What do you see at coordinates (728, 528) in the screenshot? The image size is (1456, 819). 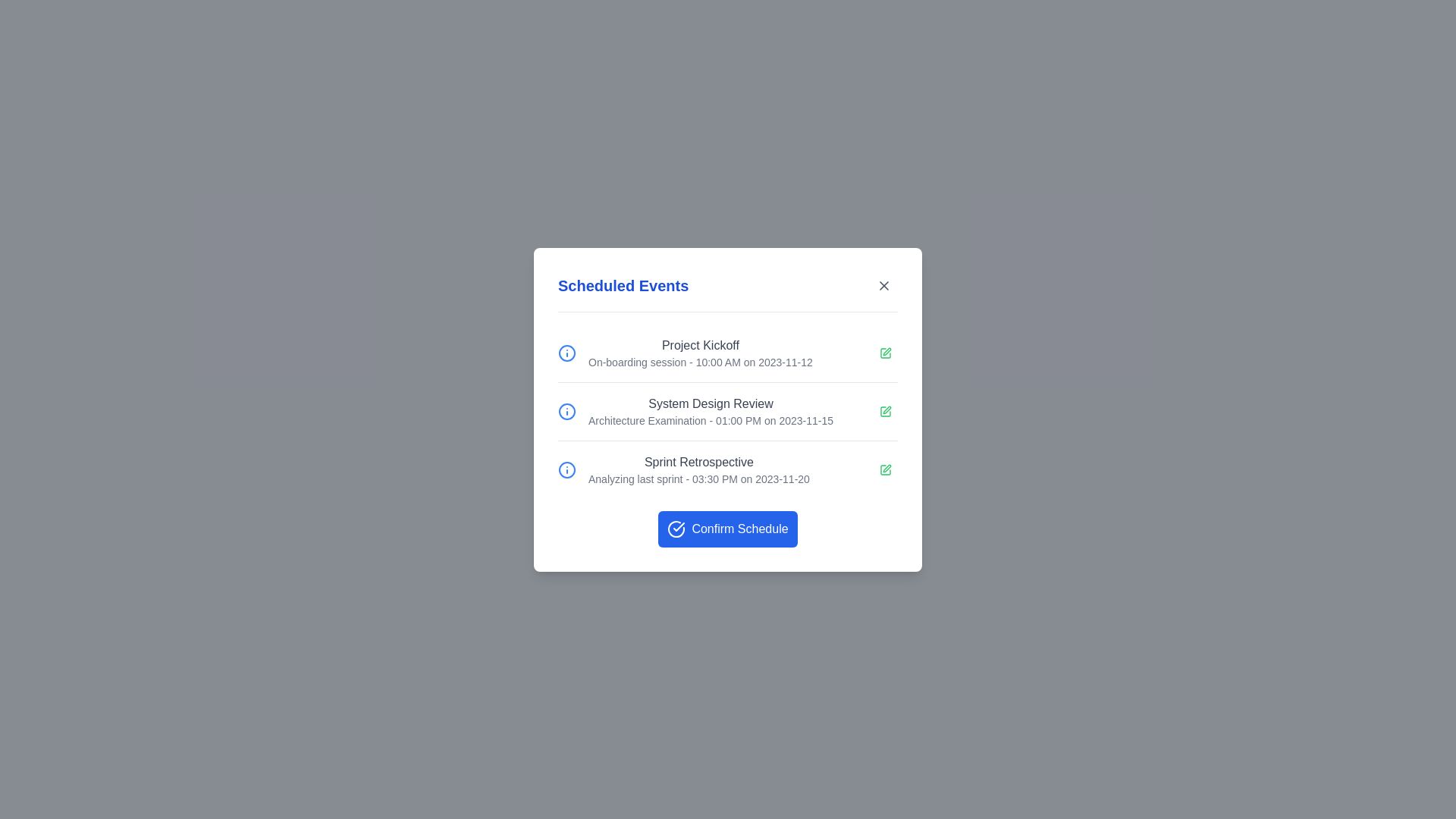 I see `the 'Confirm Schedule' button to finalize the schedule` at bounding box center [728, 528].